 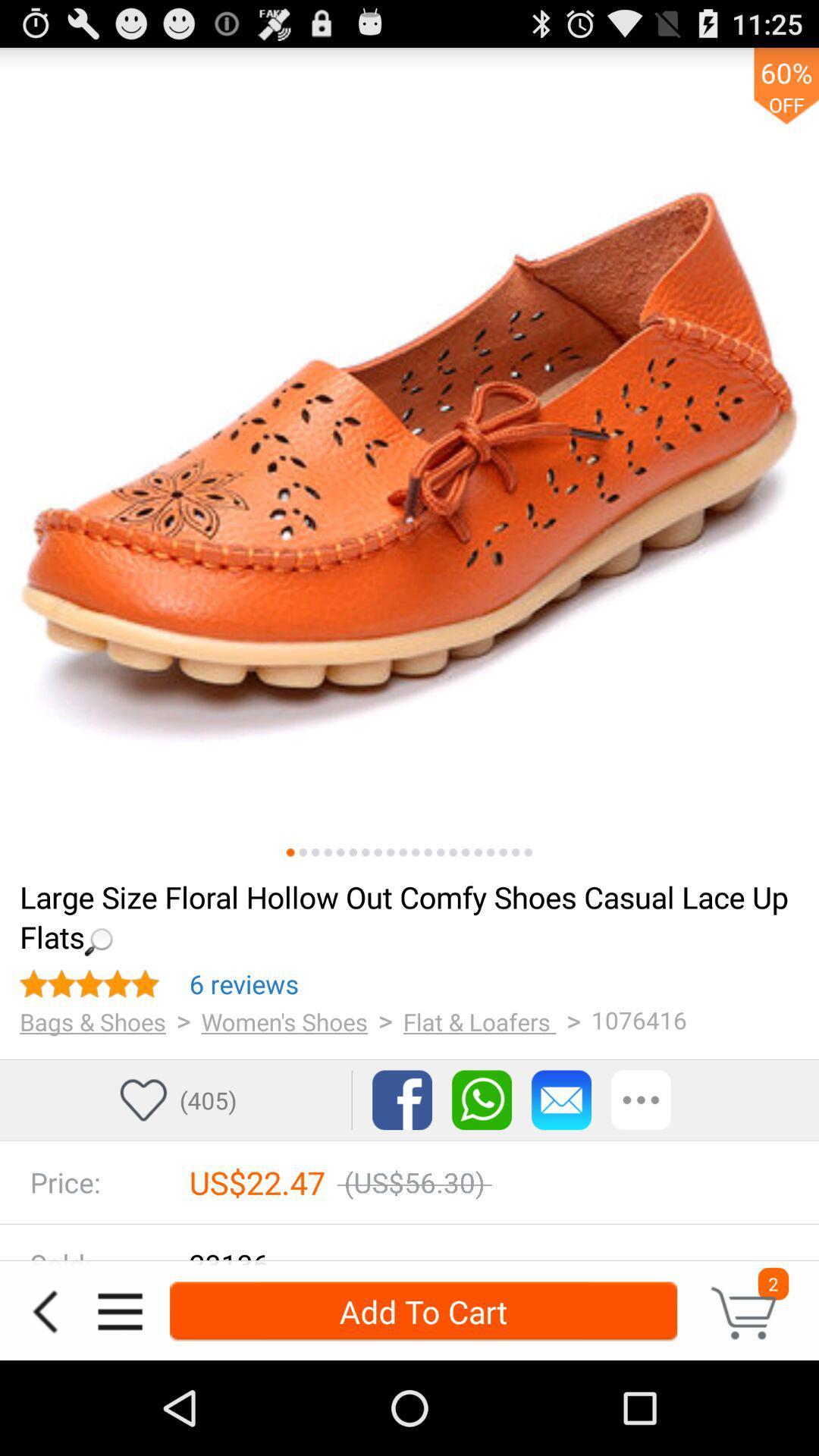 I want to click on go back, so click(x=44, y=1310).